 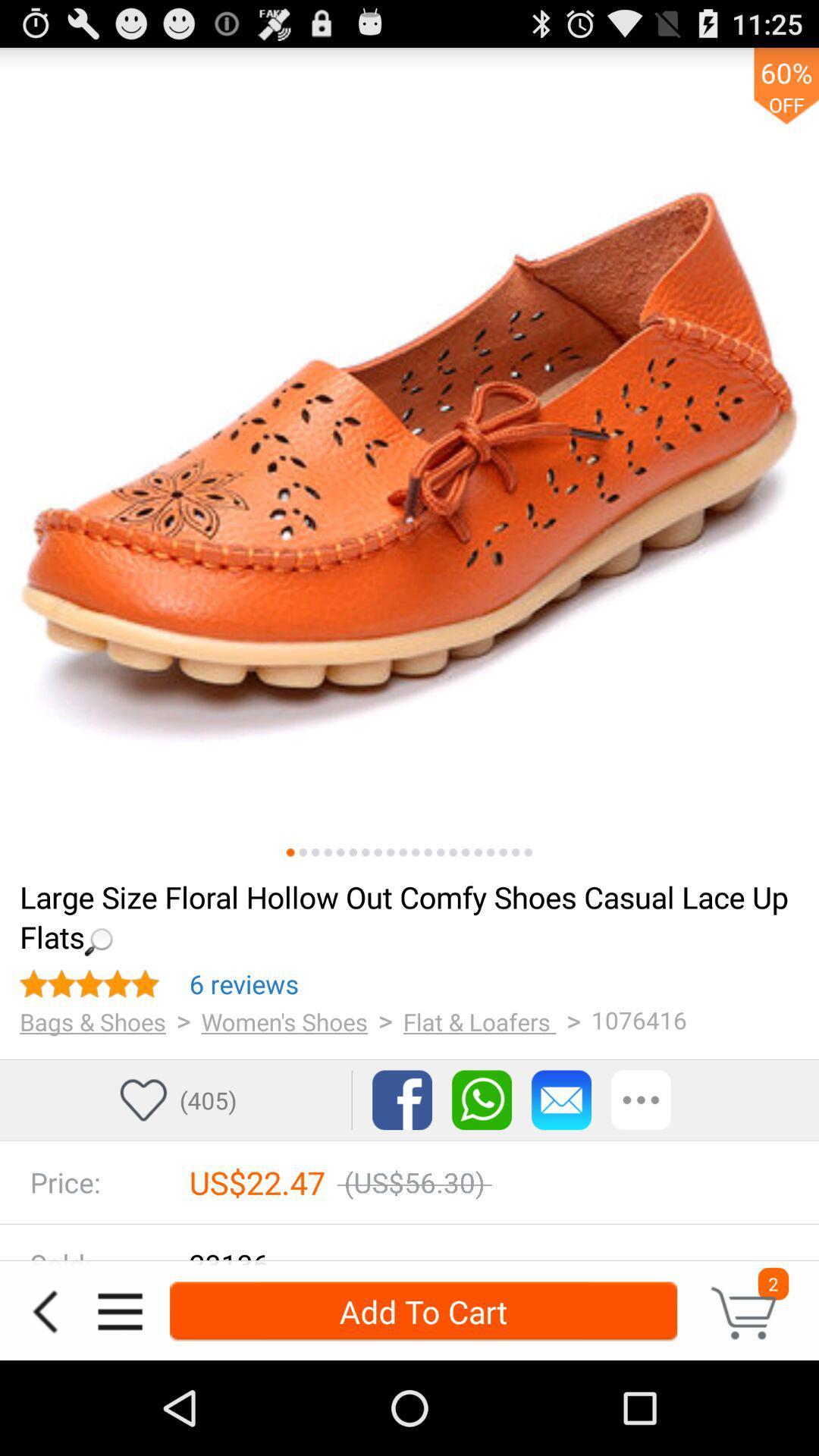 I want to click on go back, so click(x=44, y=1310).